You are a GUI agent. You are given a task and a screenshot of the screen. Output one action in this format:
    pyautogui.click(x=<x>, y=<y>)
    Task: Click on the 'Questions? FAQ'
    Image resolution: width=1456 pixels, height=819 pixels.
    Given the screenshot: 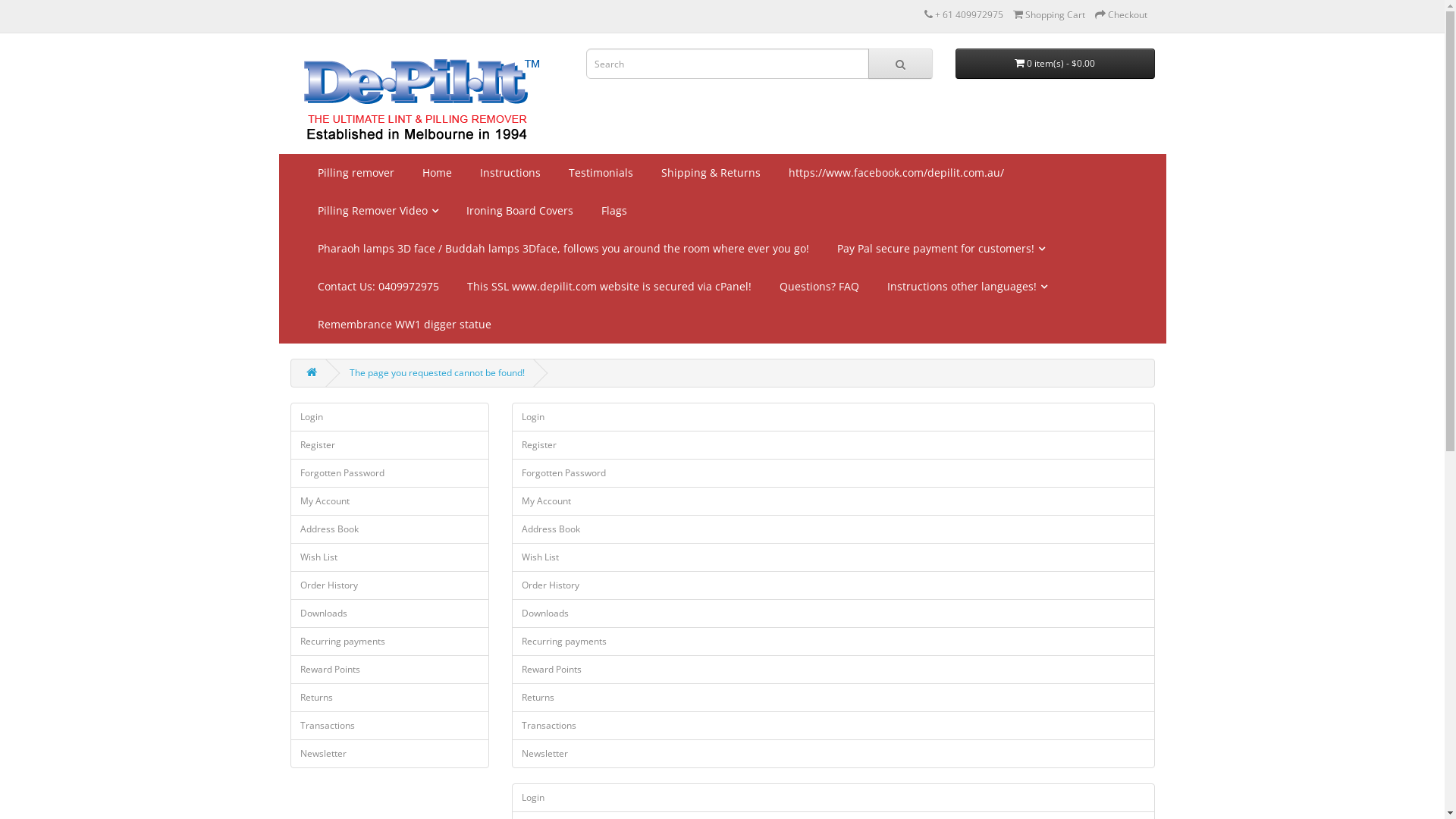 What is the action you would take?
    pyautogui.click(x=815, y=287)
    